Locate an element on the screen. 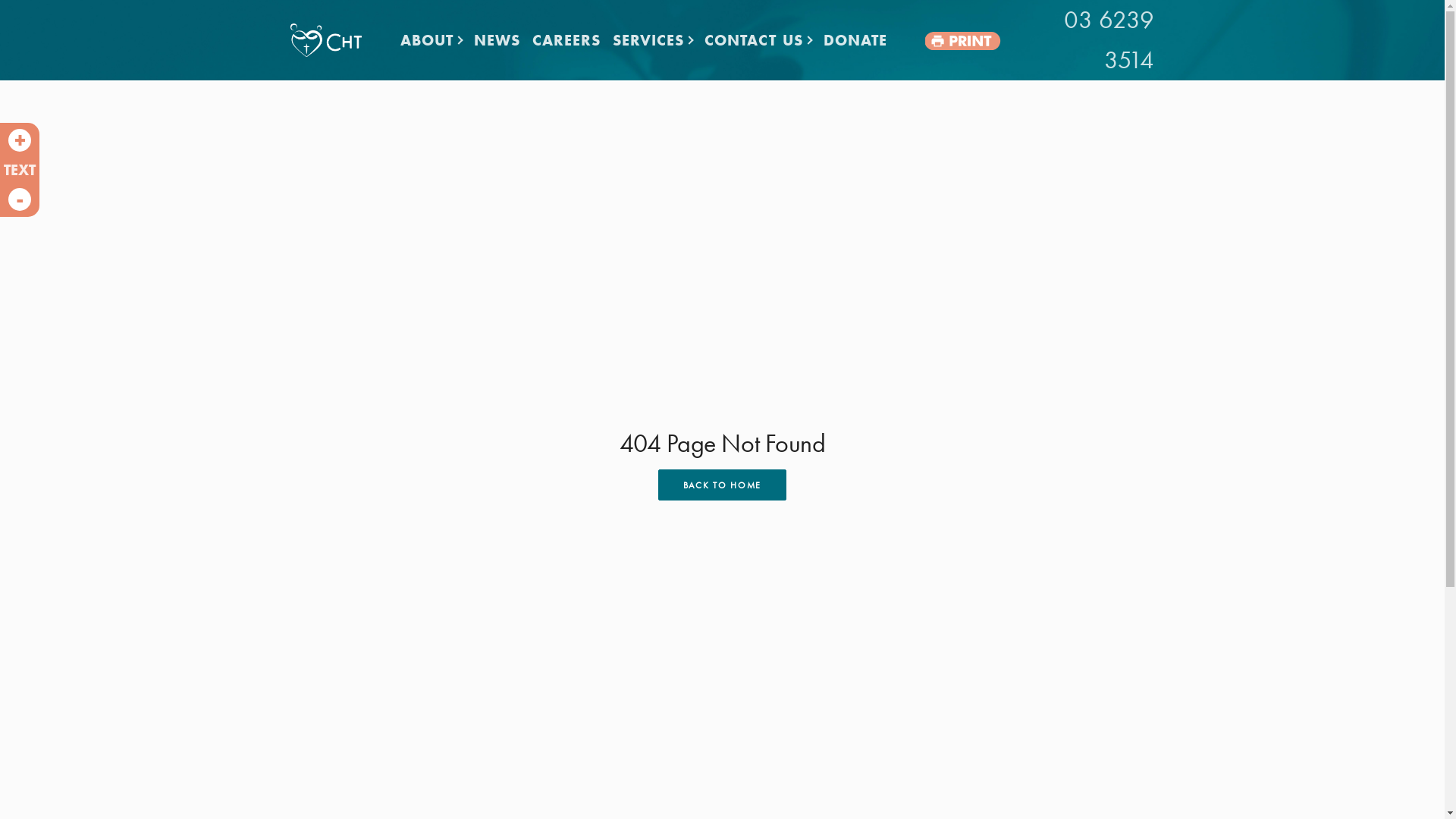 Image resolution: width=1456 pixels, height=819 pixels. 'NEWS' is located at coordinates (497, 39).